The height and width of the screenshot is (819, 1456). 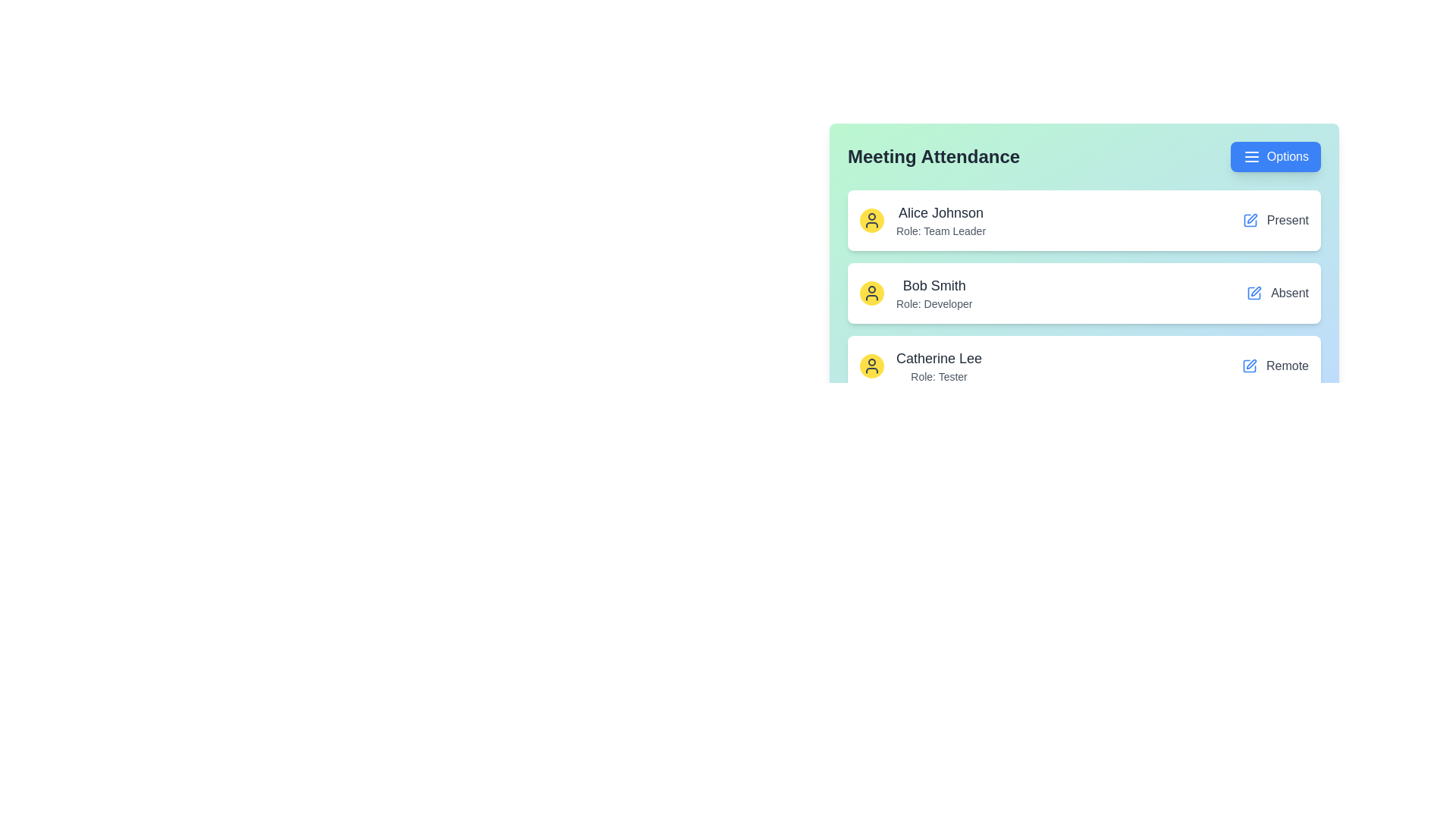 What do you see at coordinates (1251, 364) in the screenshot?
I see `the edit button located at the right edge of the second row next to 'Absent' and 'Bob Smith'` at bounding box center [1251, 364].